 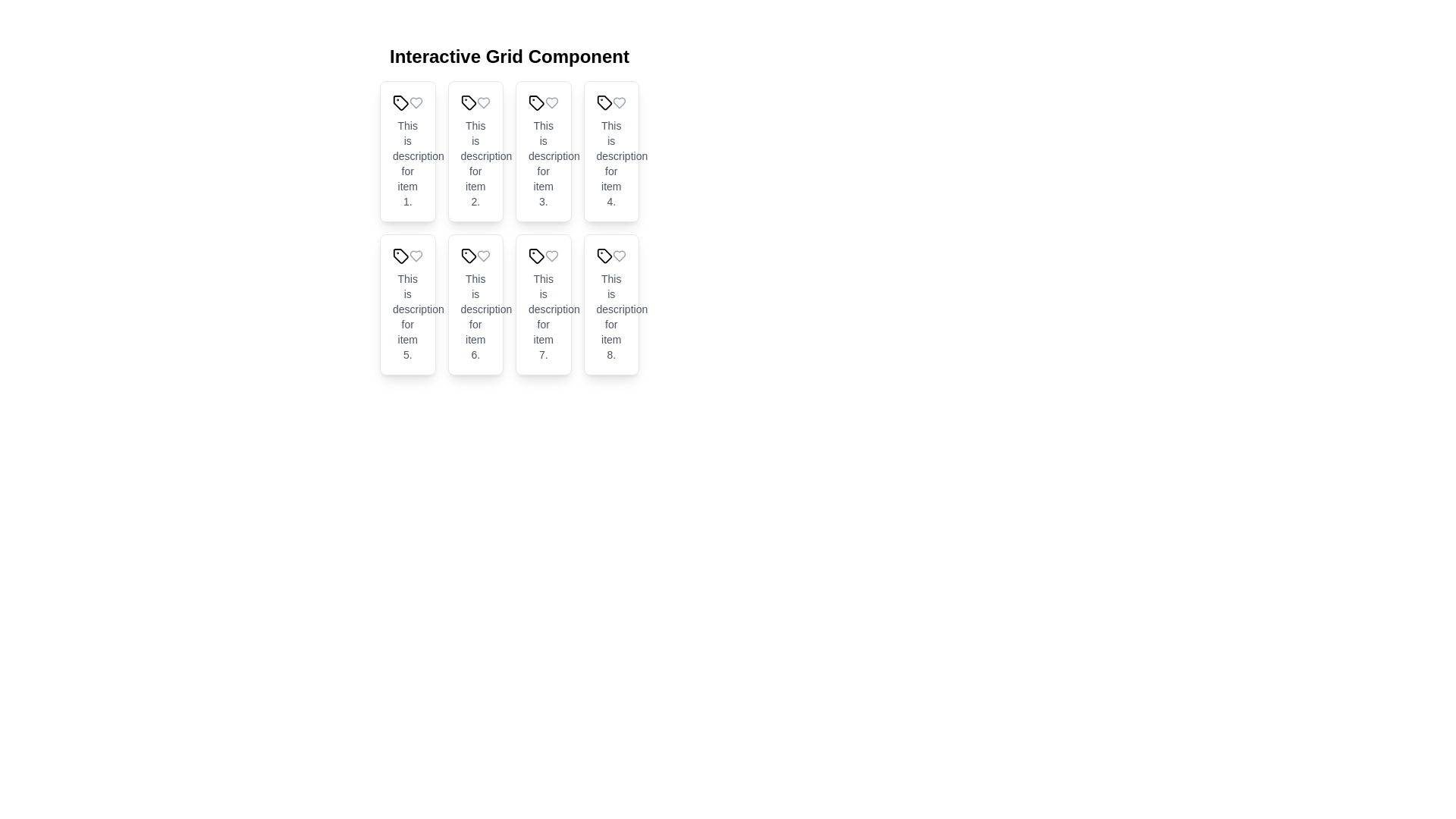 I want to click on the heart icon in the Decorative element which combines two SVG icons, located at the top section of the first card in a grid layout, so click(x=407, y=102).